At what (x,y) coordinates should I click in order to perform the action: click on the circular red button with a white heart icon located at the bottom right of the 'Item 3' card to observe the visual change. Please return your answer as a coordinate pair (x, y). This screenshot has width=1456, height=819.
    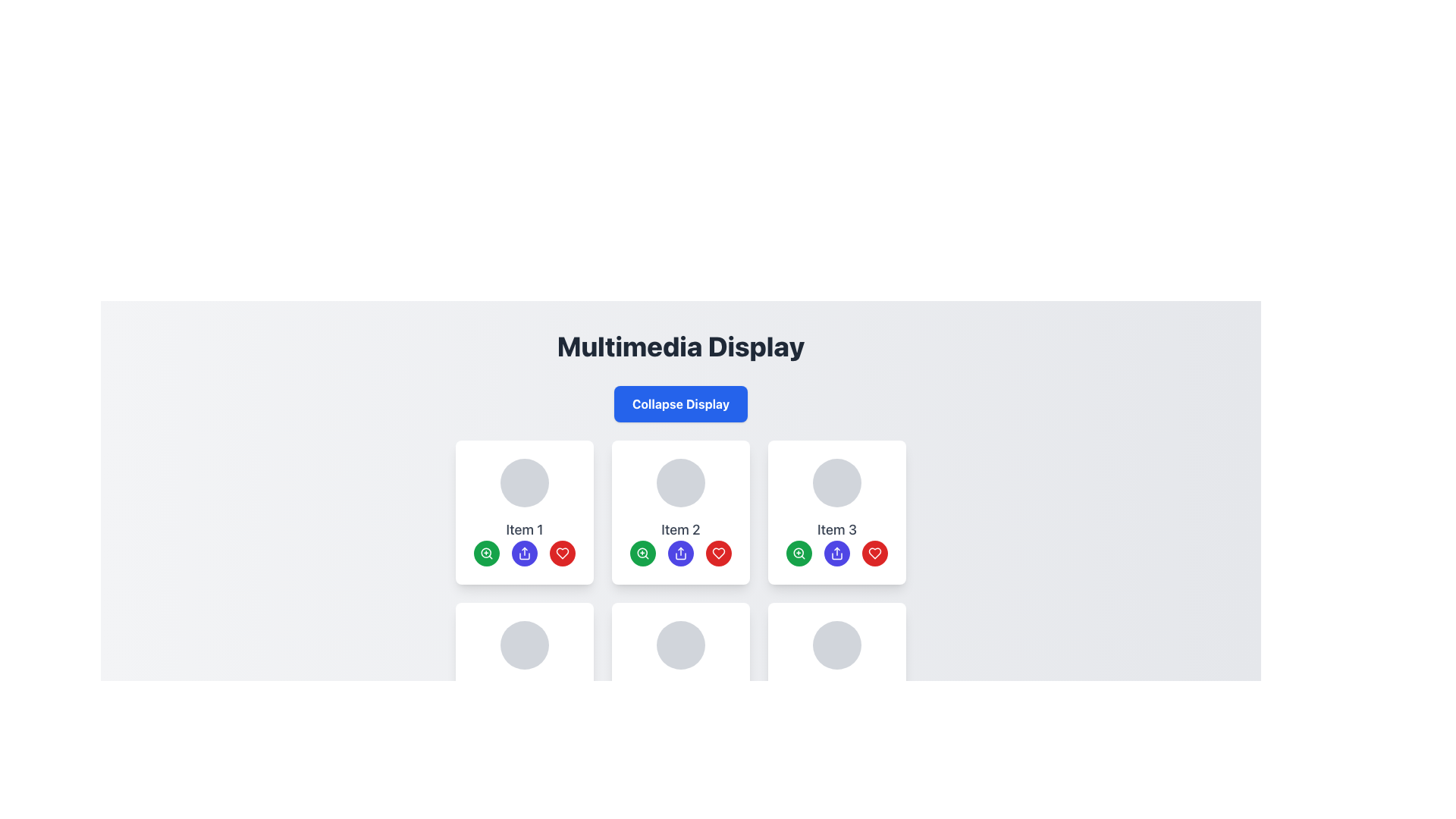
    Looking at the image, I should click on (874, 553).